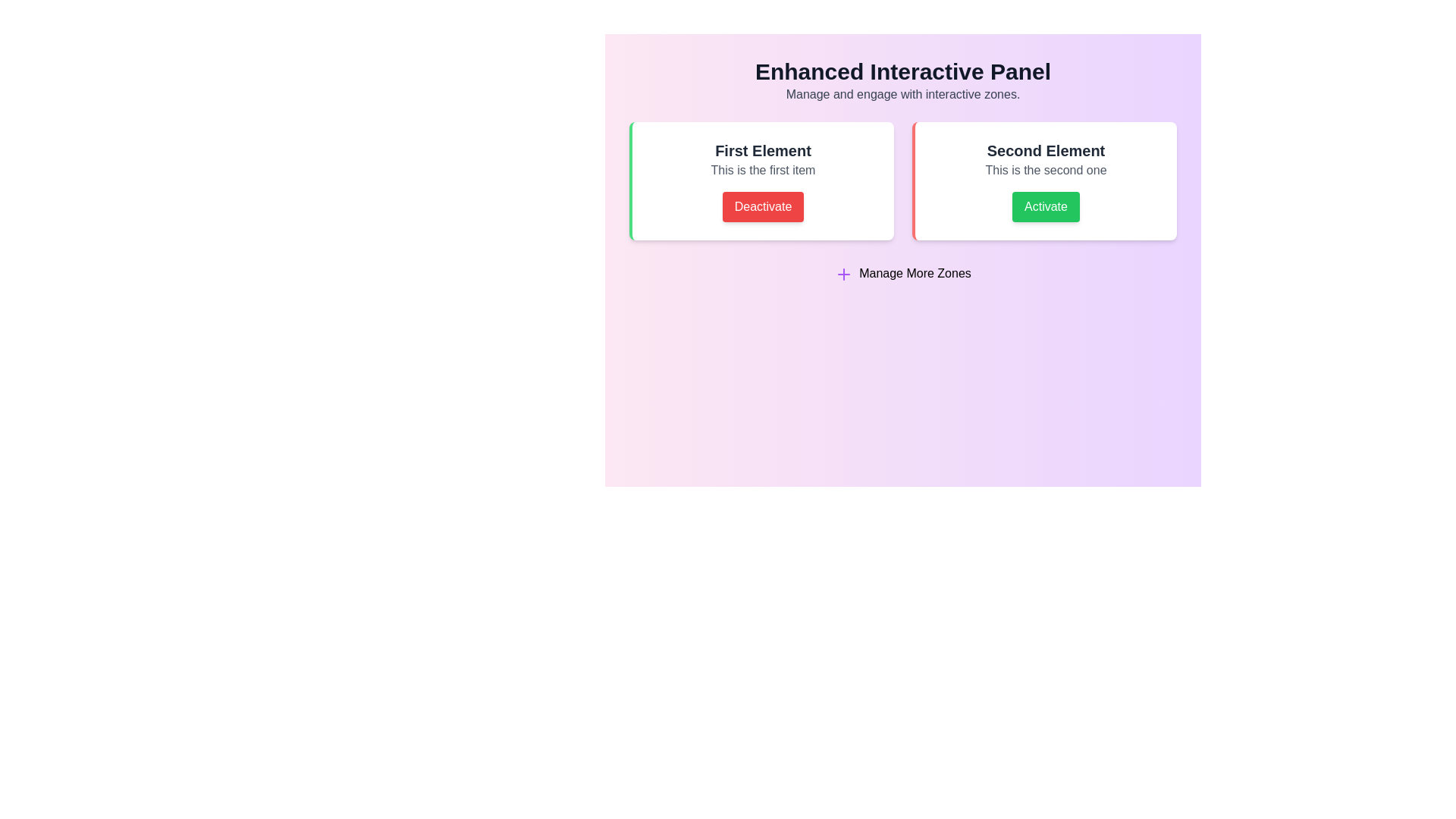 The image size is (1456, 819). What do you see at coordinates (902, 81) in the screenshot?
I see `the text-based header element located at the top-center of the interface, which introduces the section with a title and subtitle, positioned above the action cards titled 'First Element' and 'Second Element'` at bounding box center [902, 81].